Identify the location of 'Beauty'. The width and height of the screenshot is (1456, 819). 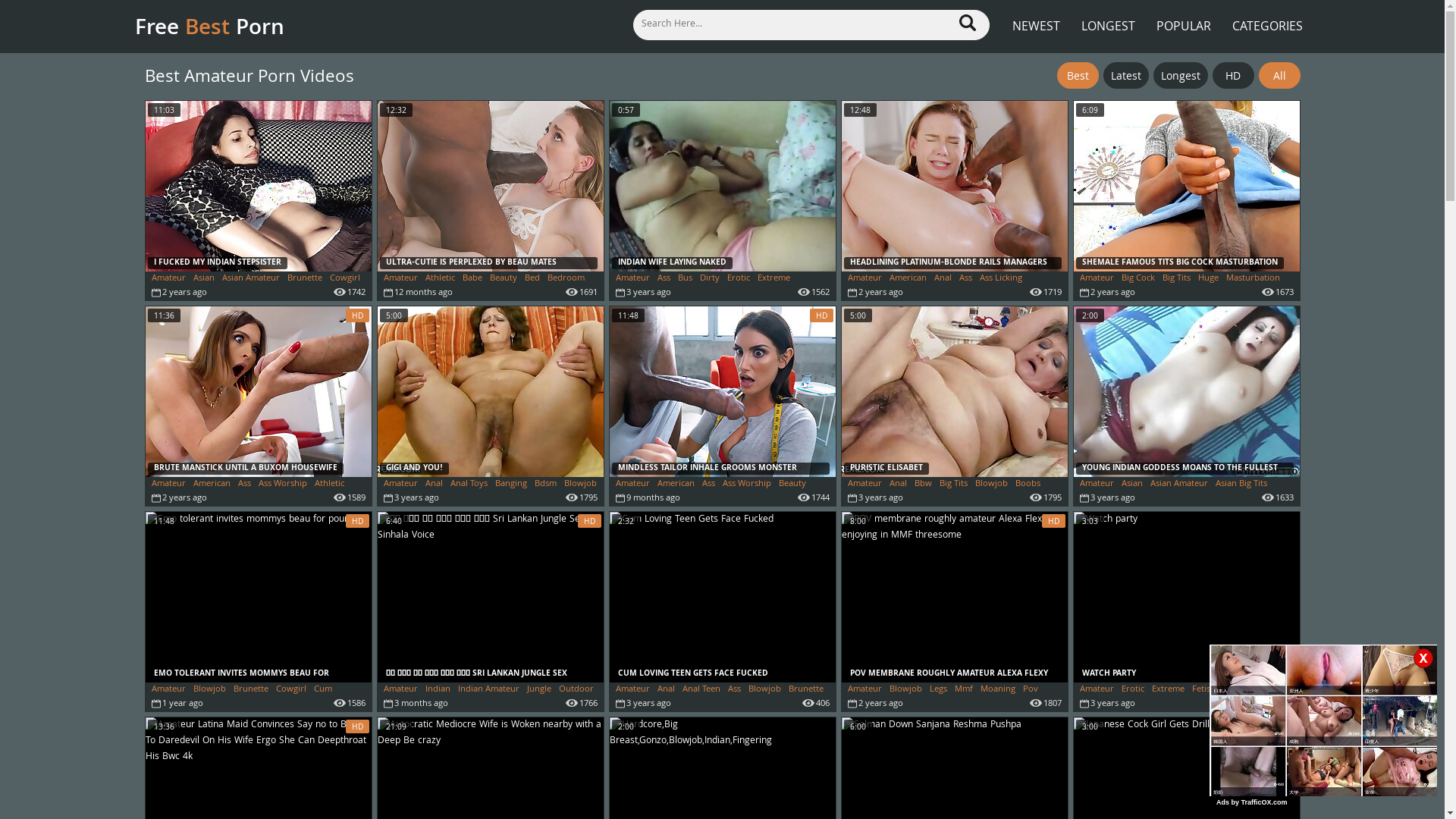
(778, 484).